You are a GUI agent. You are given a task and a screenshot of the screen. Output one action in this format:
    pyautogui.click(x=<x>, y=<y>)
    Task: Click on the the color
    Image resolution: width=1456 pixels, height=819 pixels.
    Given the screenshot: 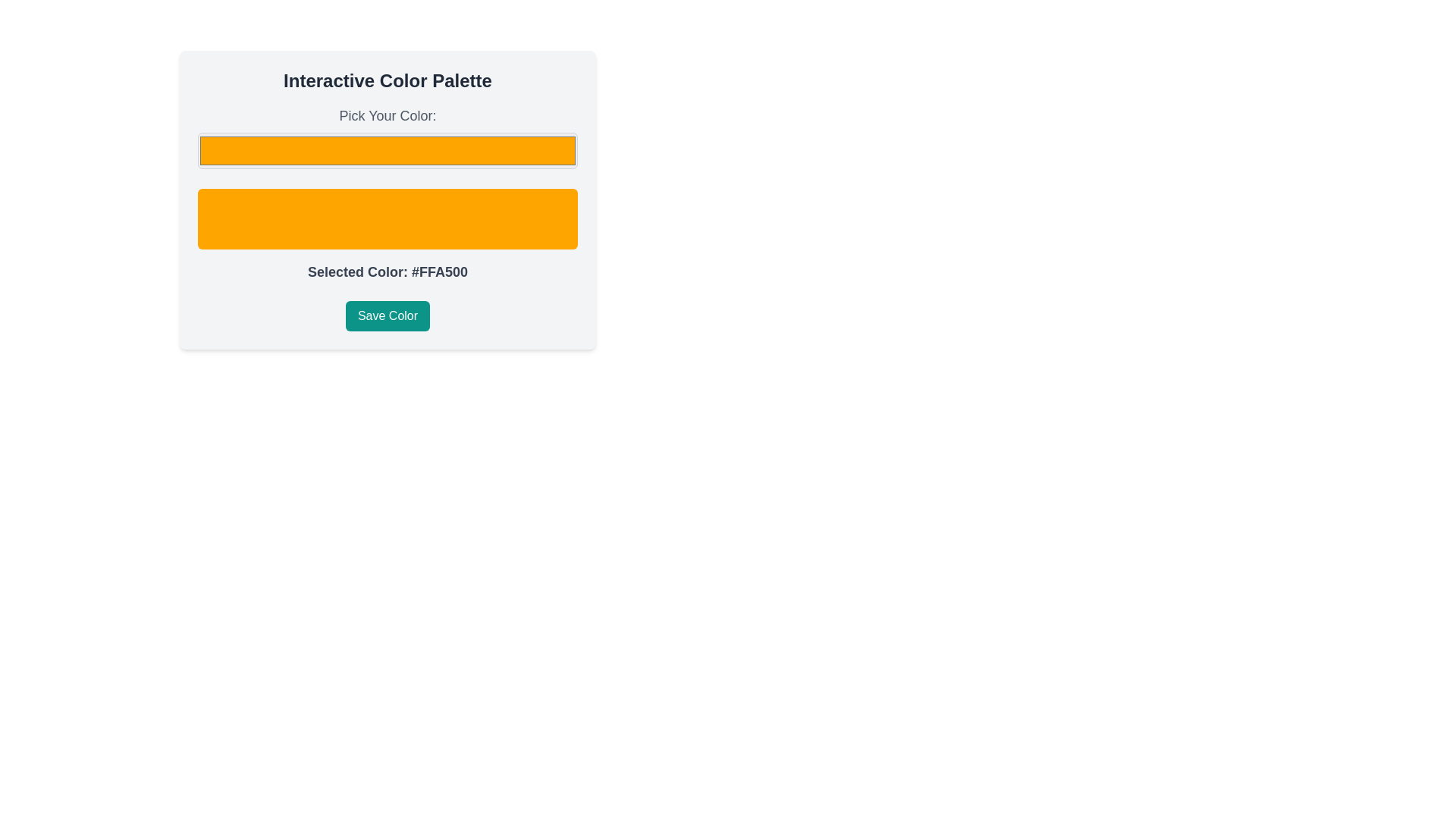 What is the action you would take?
    pyautogui.click(x=388, y=151)
    